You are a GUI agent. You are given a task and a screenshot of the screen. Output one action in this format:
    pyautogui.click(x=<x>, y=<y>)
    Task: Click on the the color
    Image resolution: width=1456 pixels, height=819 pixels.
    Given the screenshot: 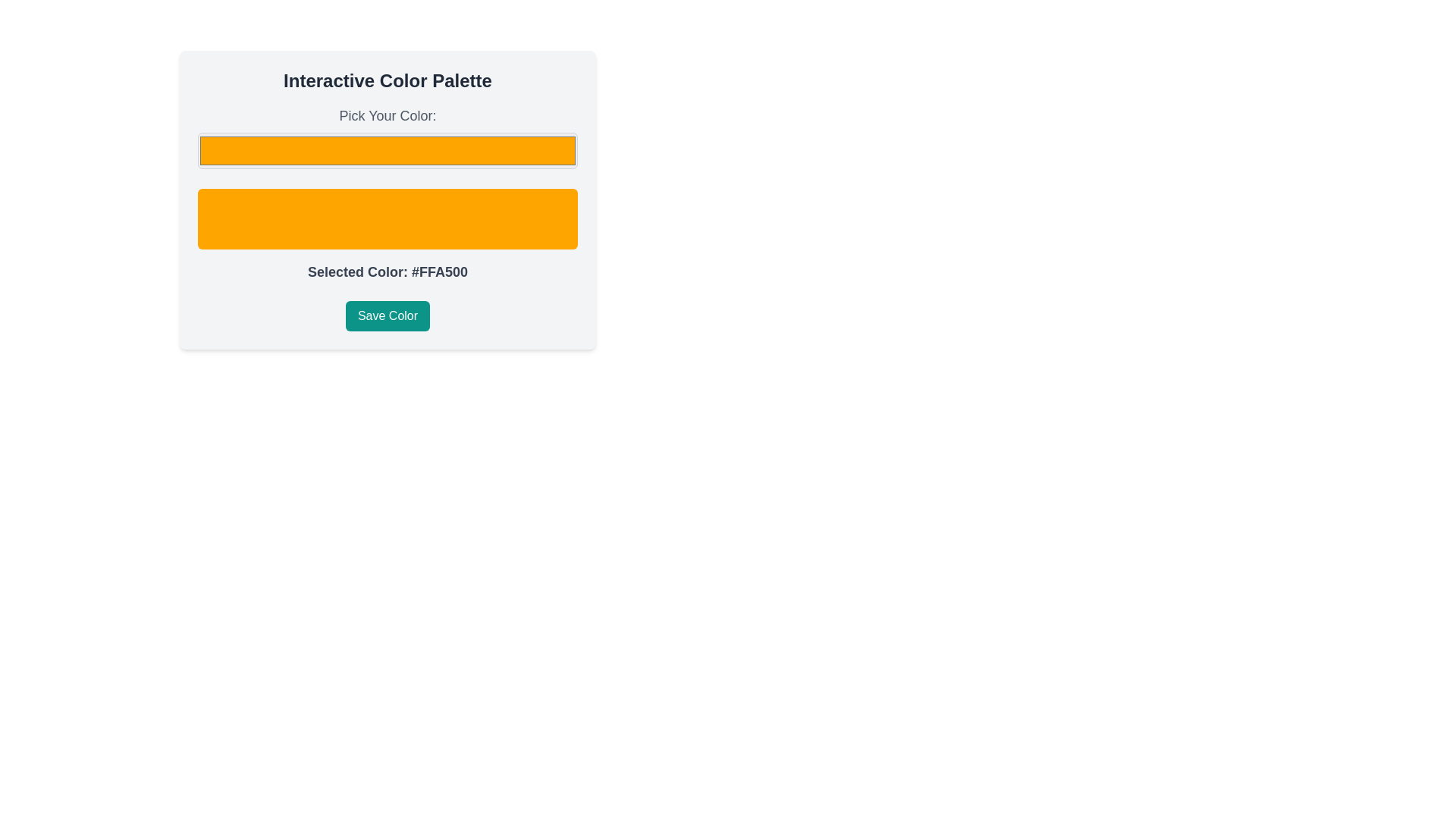 What is the action you would take?
    pyautogui.click(x=388, y=151)
    